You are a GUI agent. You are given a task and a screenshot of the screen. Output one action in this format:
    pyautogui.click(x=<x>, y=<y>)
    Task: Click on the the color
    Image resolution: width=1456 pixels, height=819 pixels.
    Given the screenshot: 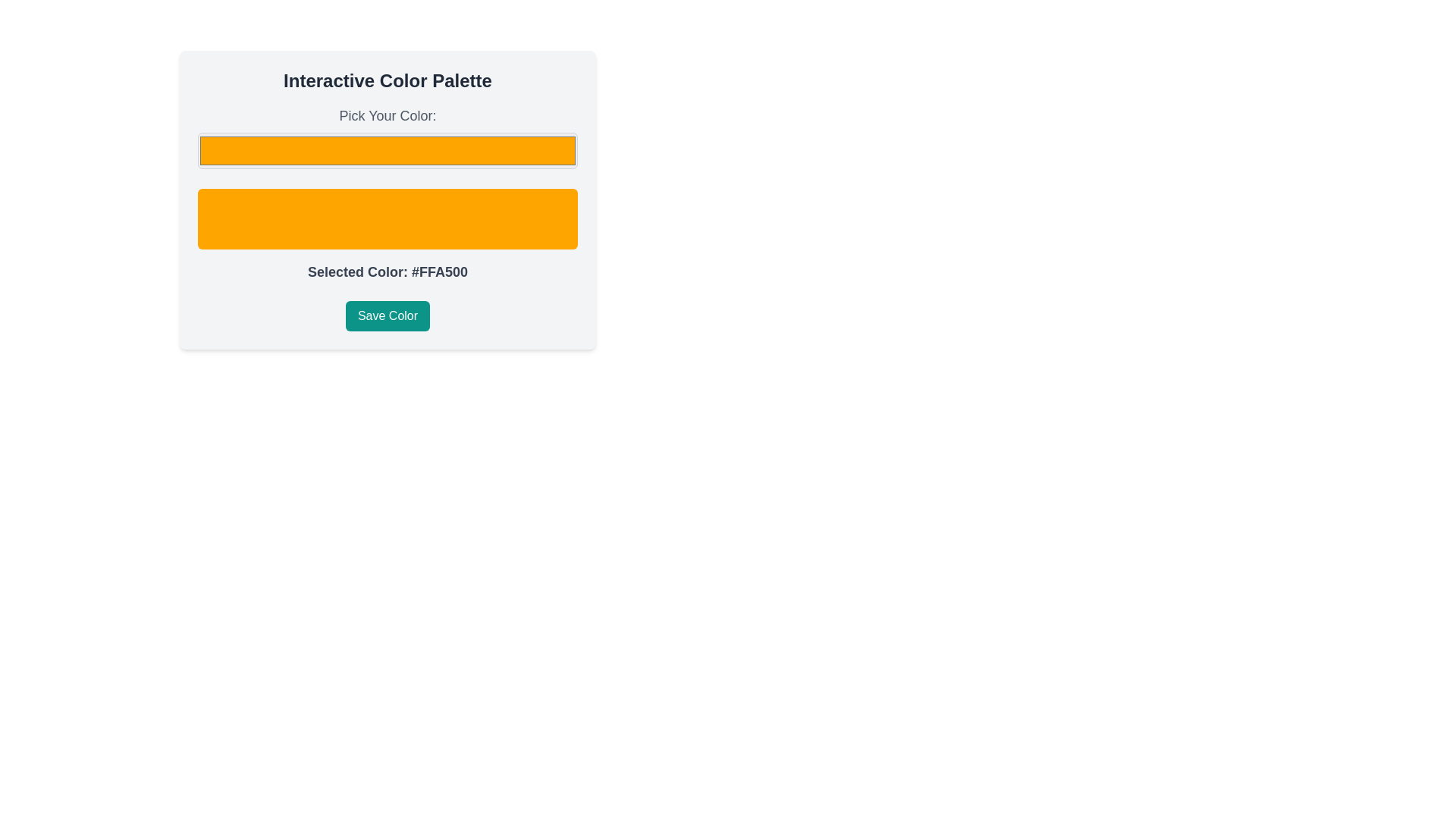 What is the action you would take?
    pyautogui.click(x=388, y=151)
    